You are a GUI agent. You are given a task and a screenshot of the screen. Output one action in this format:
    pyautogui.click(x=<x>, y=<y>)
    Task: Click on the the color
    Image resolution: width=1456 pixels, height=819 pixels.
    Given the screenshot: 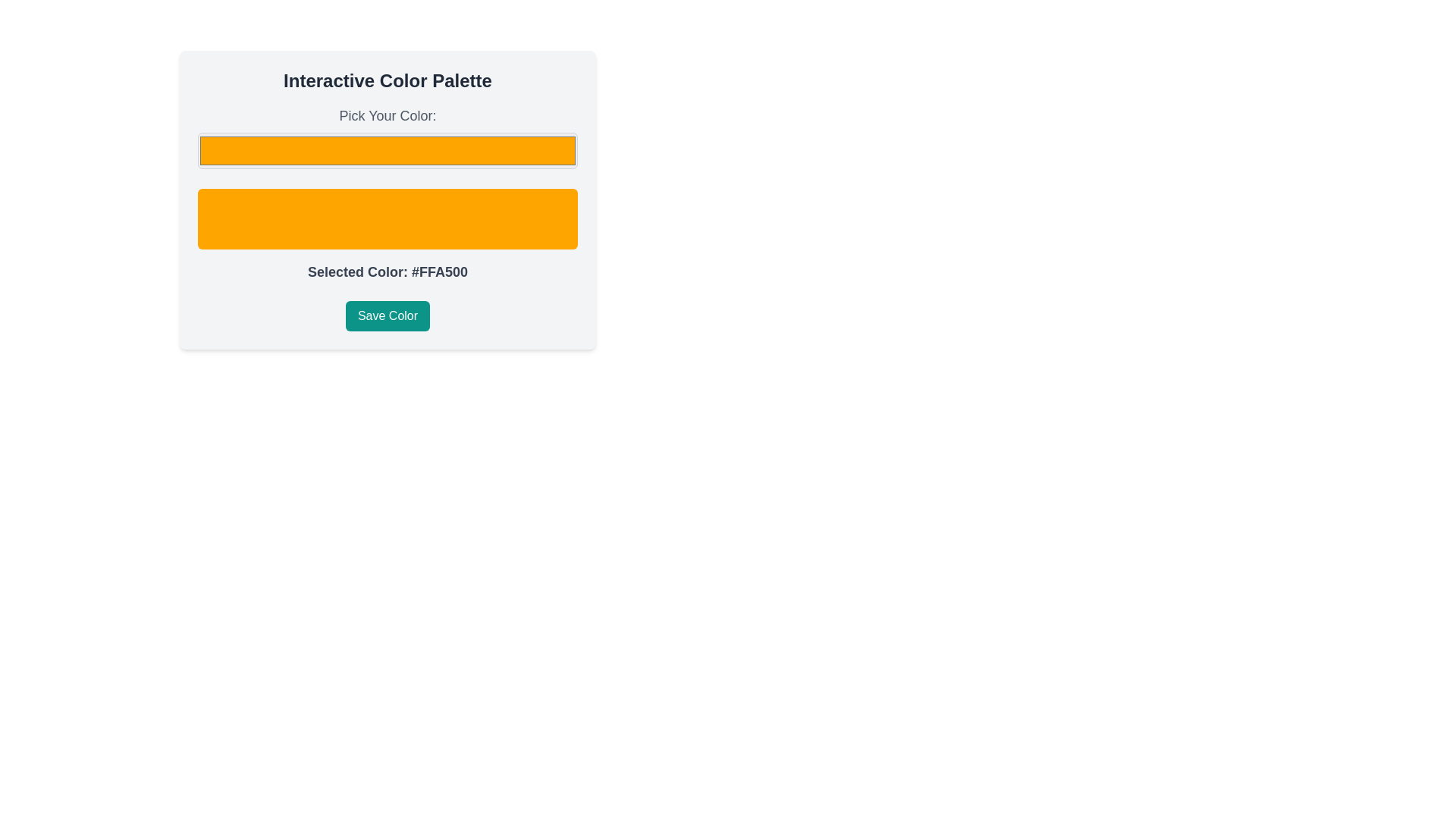 What is the action you would take?
    pyautogui.click(x=388, y=151)
    